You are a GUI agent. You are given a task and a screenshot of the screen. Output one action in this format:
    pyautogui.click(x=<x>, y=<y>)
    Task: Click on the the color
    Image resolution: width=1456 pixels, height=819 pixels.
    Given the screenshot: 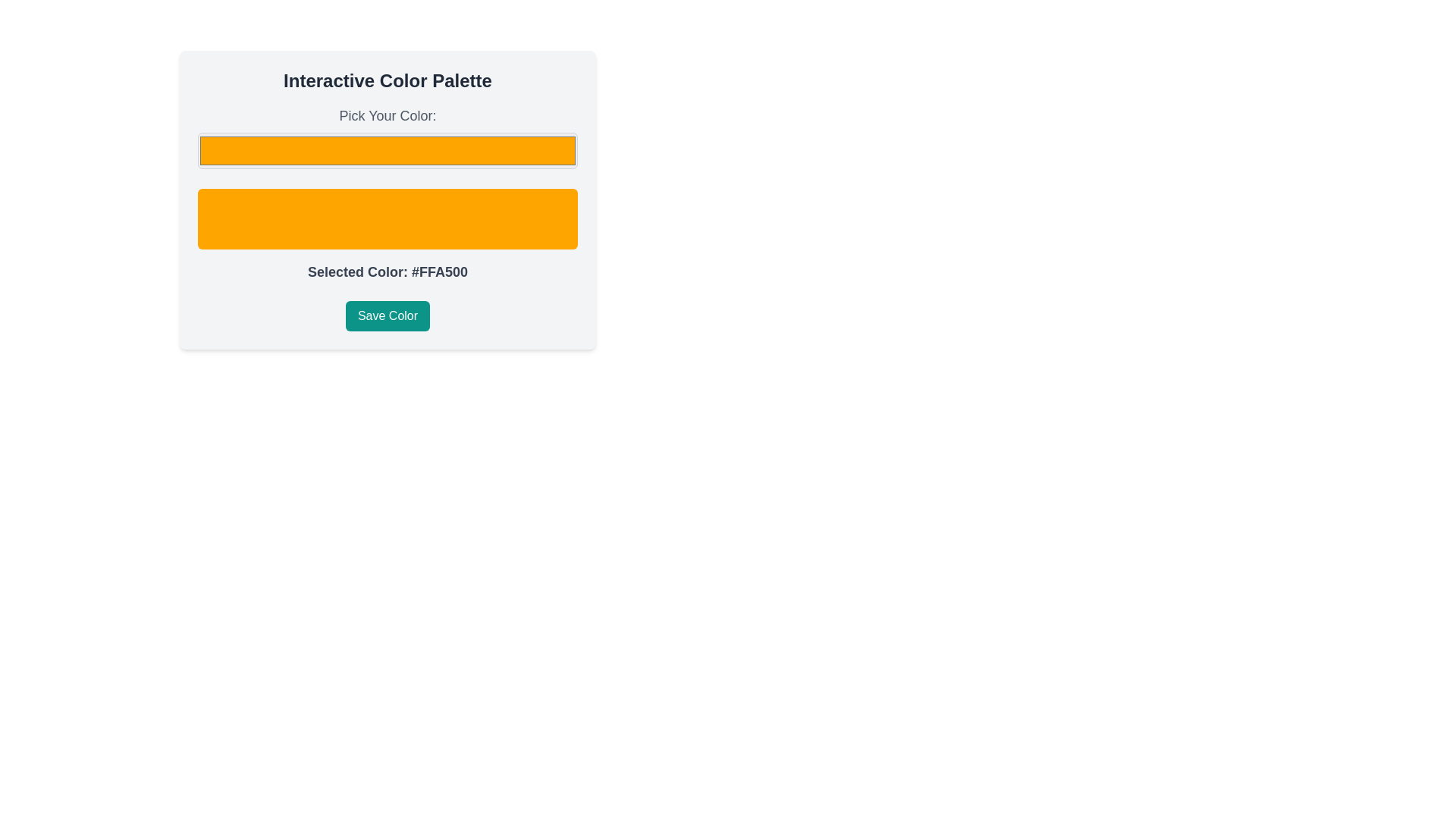 What is the action you would take?
    pyautogui.click(x=388, y=151)
    